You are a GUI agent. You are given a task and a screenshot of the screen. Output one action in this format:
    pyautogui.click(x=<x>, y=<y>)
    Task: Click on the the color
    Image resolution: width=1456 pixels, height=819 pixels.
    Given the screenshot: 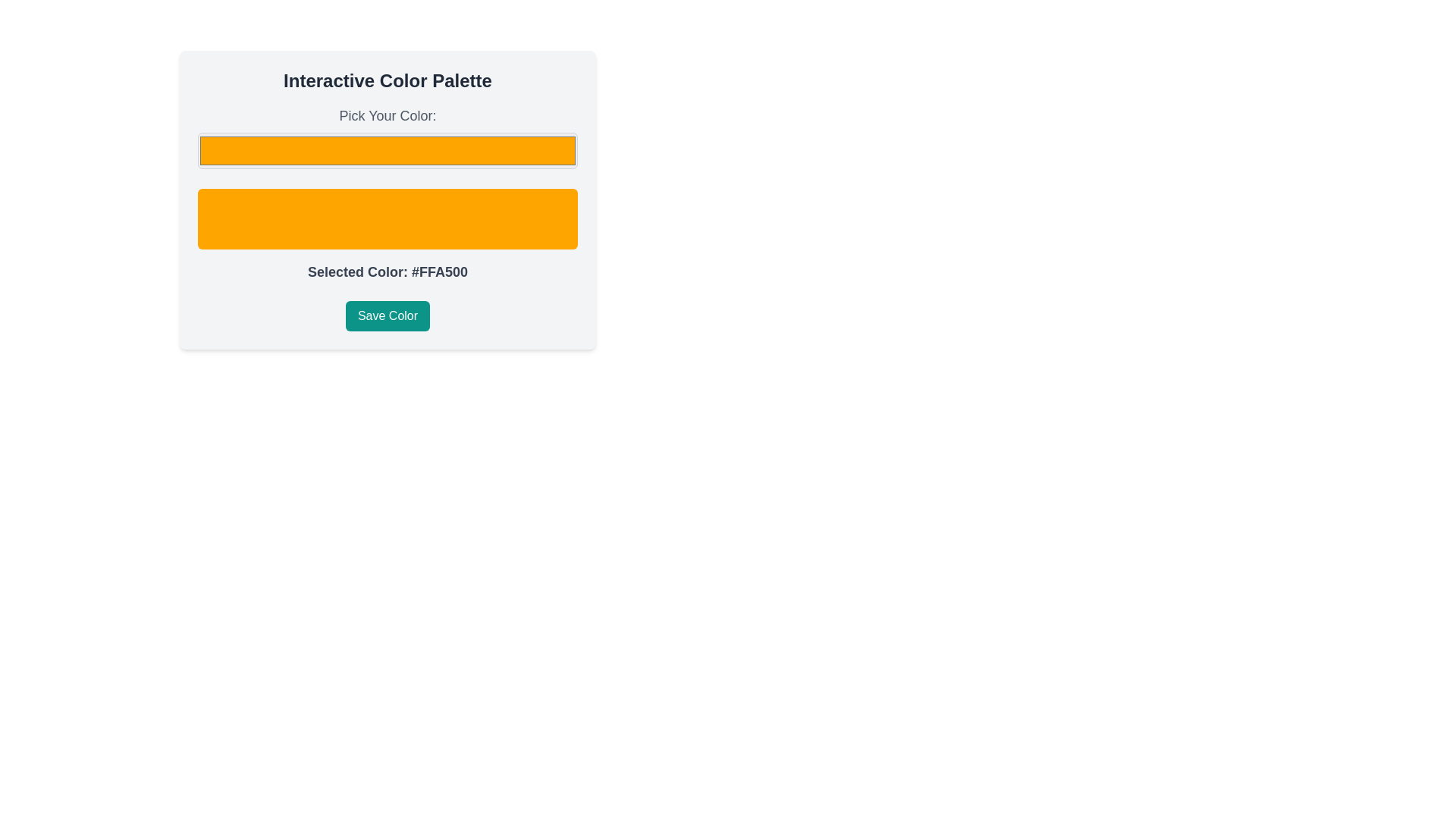 What is the action you would take?
    pyautogui.click(x=388, y=151)
    